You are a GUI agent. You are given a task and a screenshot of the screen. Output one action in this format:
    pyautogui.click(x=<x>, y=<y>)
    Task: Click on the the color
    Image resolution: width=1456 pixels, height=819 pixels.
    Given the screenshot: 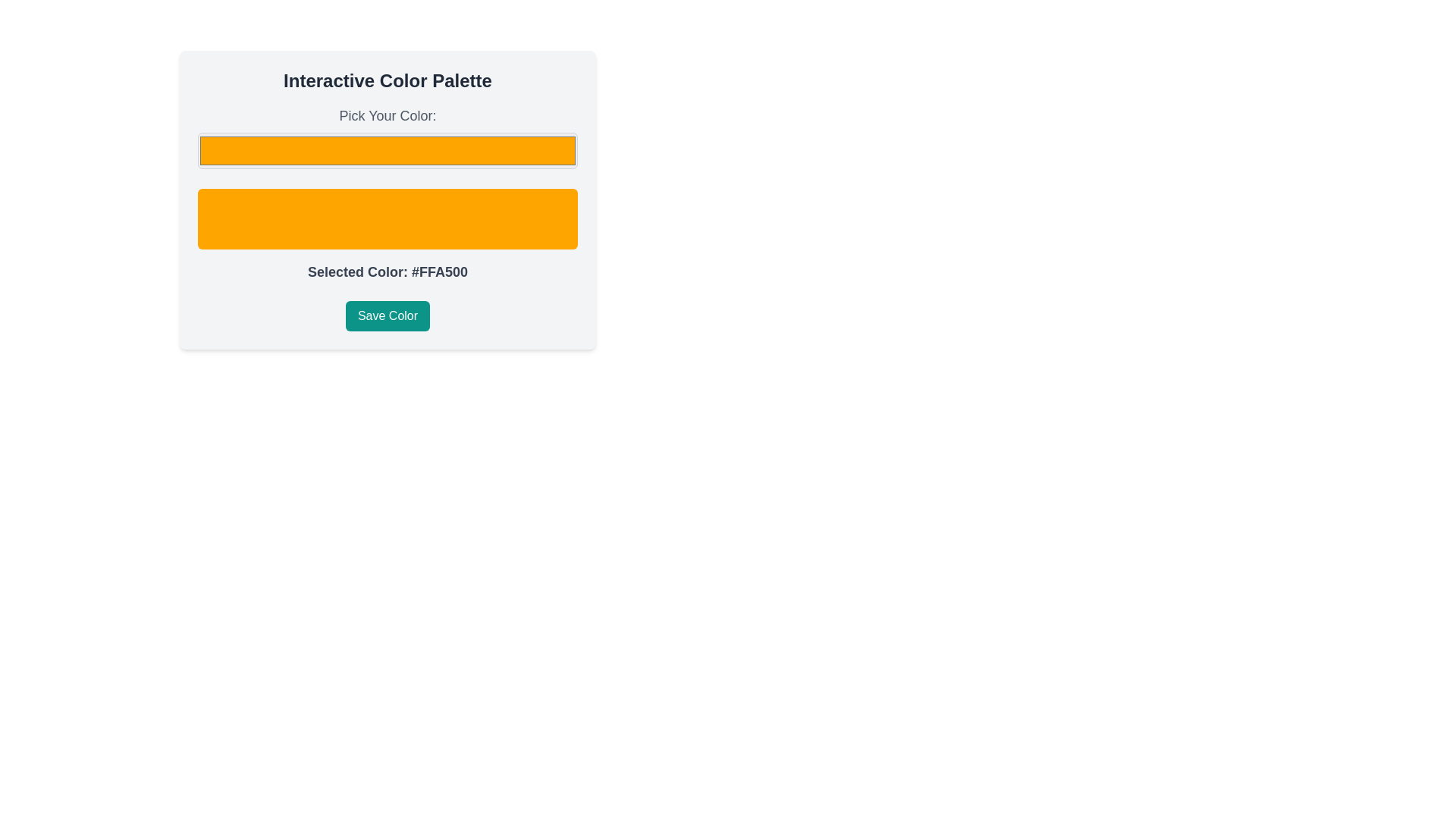 What is the action you would take?
    pyautogui.click(x=388, y=151)
    